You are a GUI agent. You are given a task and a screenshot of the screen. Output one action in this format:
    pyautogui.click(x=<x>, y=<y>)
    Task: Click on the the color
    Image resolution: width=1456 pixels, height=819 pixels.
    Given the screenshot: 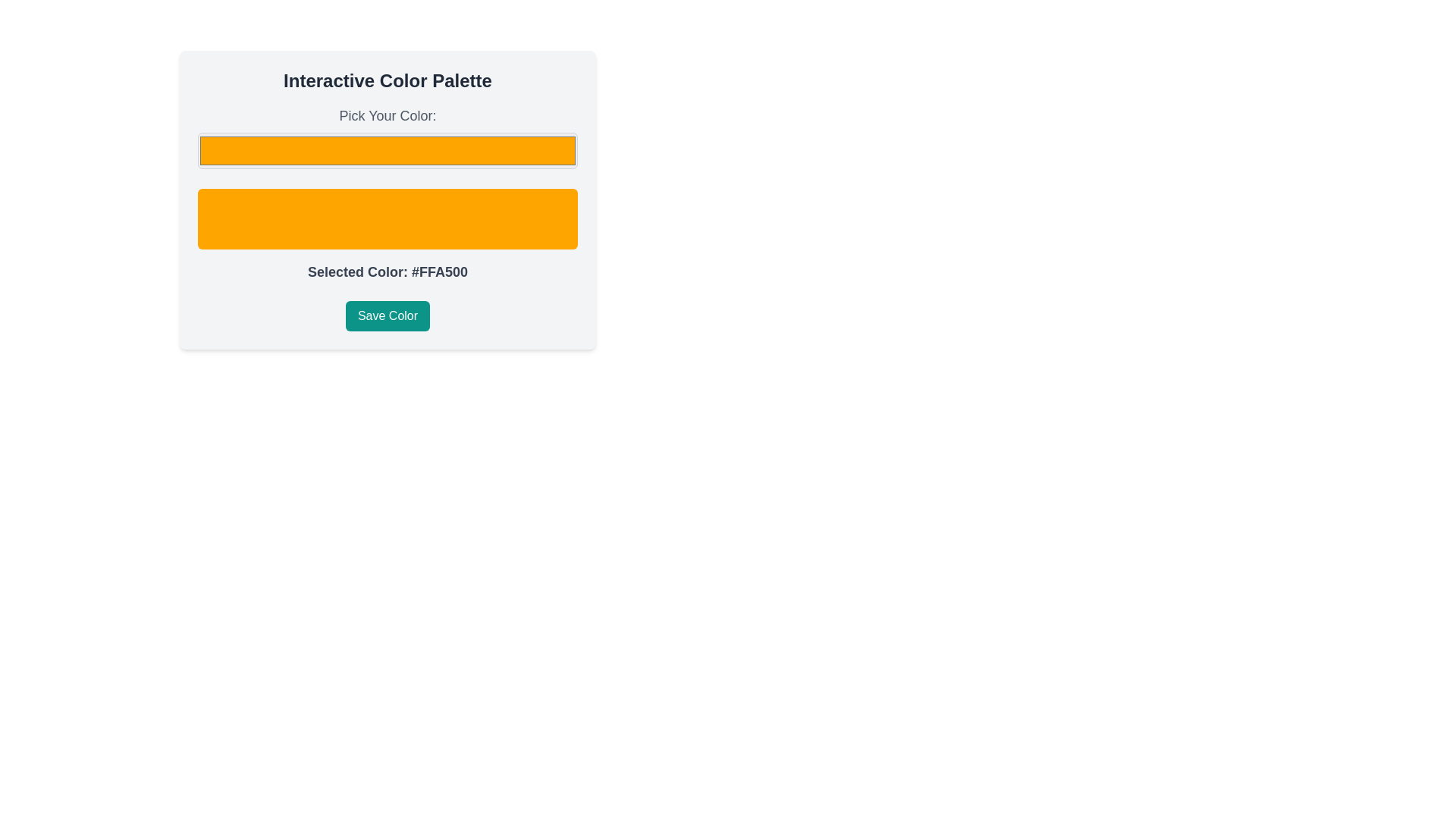 What is the action you would take?
    pyautogui.click(x=388, y=151)
    